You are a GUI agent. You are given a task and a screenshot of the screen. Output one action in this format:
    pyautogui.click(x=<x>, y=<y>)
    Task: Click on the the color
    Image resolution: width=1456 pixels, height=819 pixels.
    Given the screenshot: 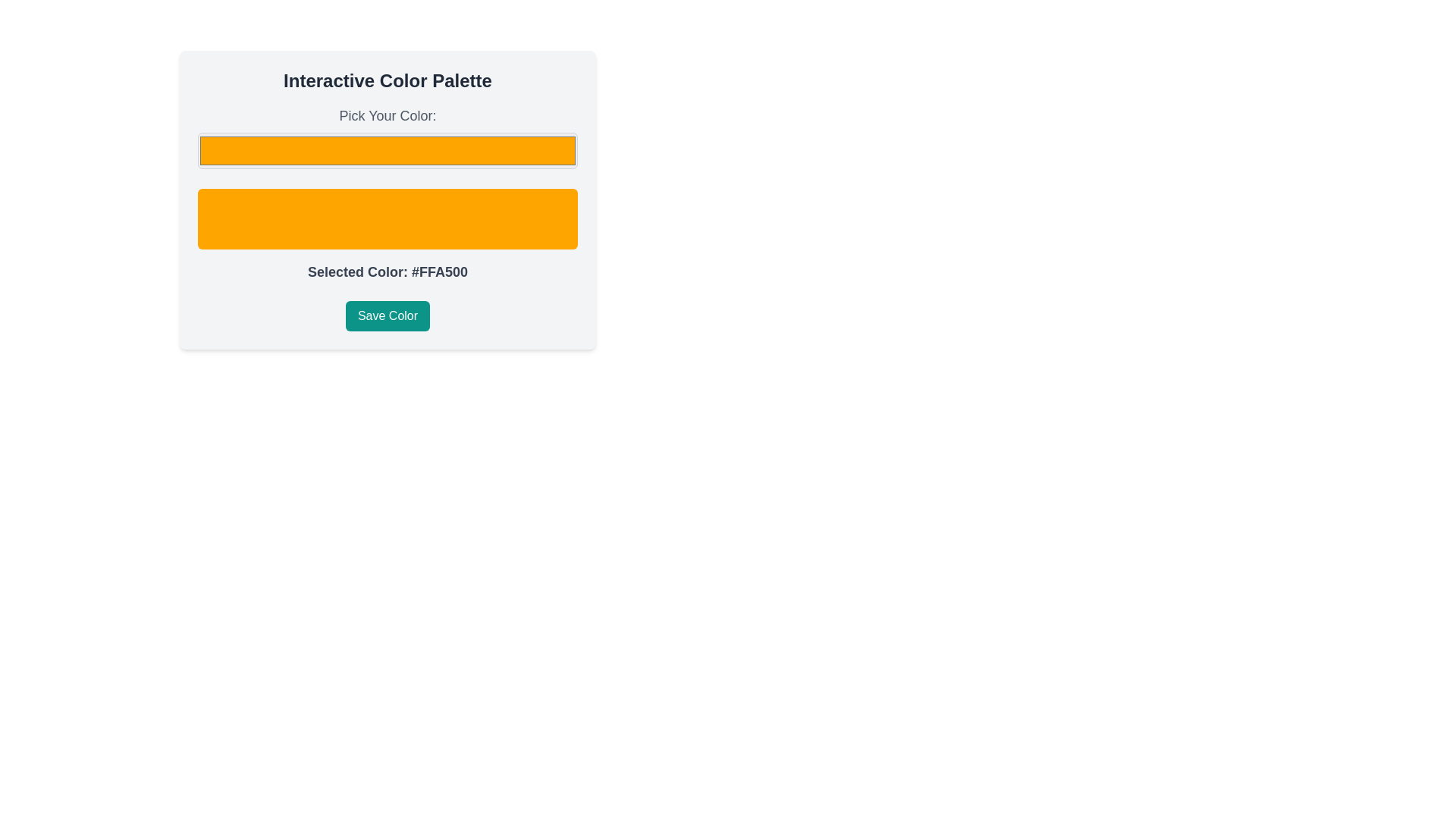 What is the action you would take?
    pyautogui.click(x=388, y=151)
    